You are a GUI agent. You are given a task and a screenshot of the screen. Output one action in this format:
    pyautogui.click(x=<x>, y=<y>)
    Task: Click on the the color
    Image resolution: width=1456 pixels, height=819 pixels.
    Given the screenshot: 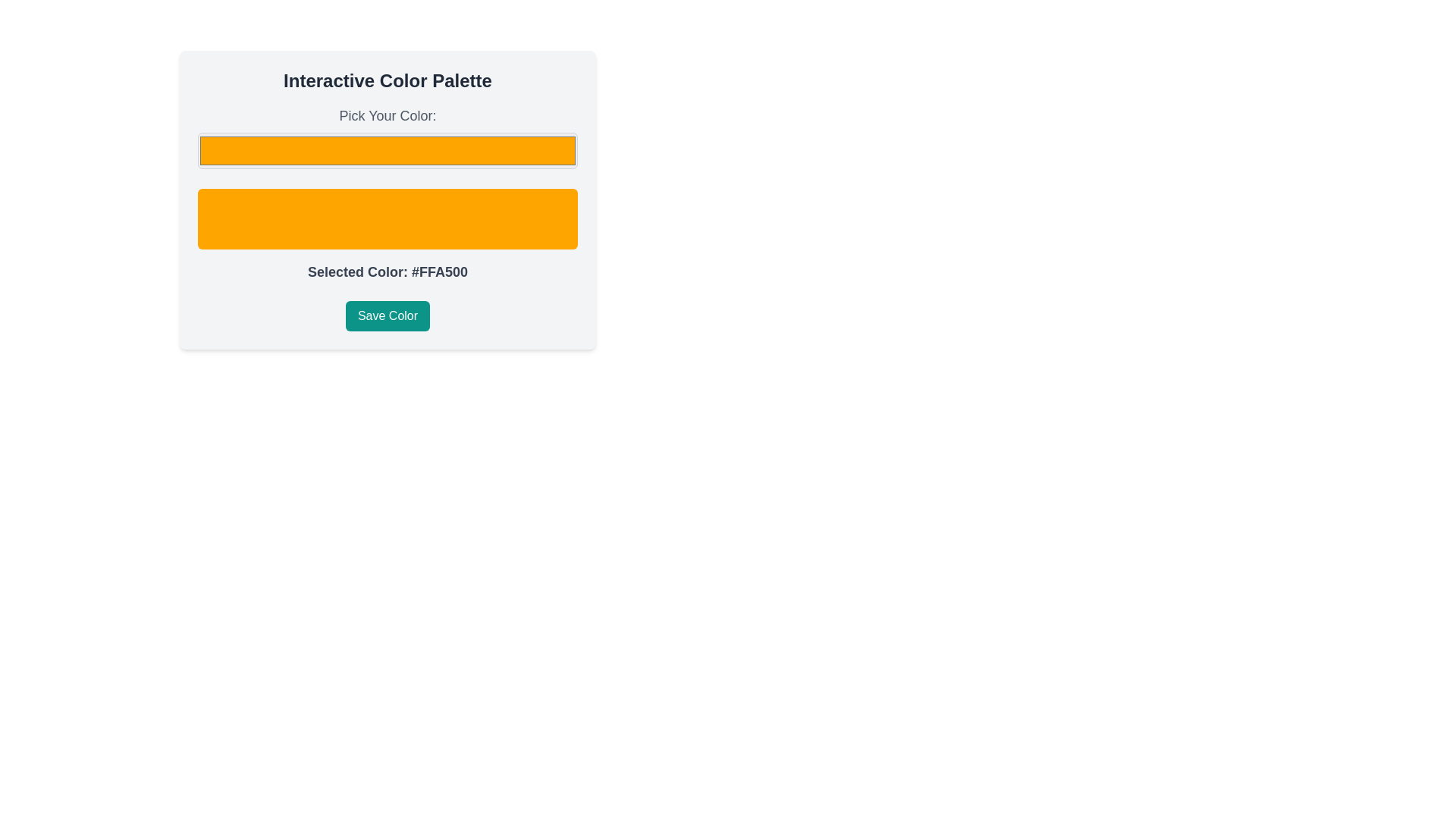 What is the action you would take?
    pyautogui.click(x=388, y=151)
    